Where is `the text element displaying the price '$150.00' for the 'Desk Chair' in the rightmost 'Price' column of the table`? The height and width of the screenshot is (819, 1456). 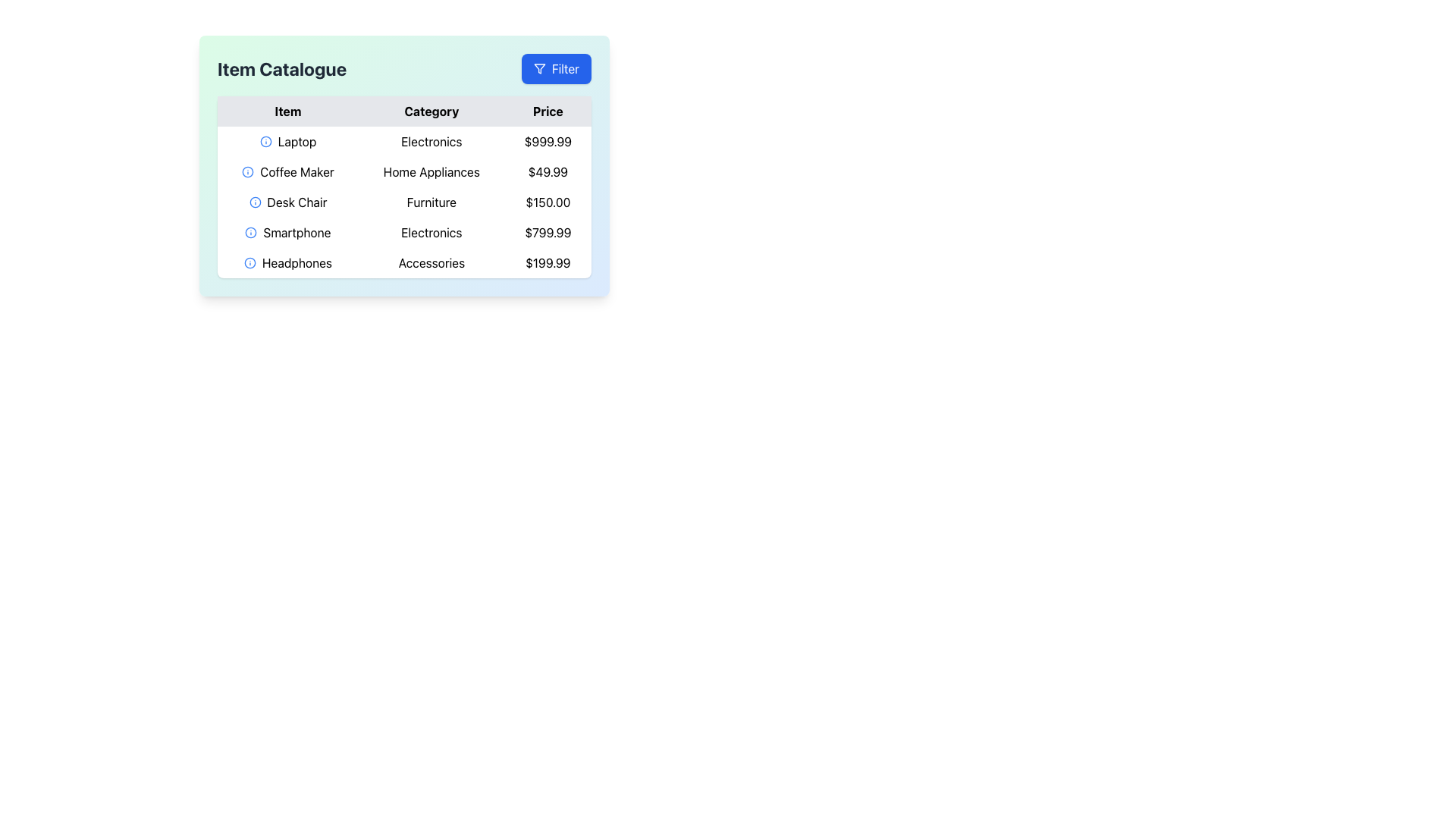
the text element displaying the price '$150.00' for the 'Desk Chair' in the rightmost 'Price' column of the table is located at coordinates (547, 201).